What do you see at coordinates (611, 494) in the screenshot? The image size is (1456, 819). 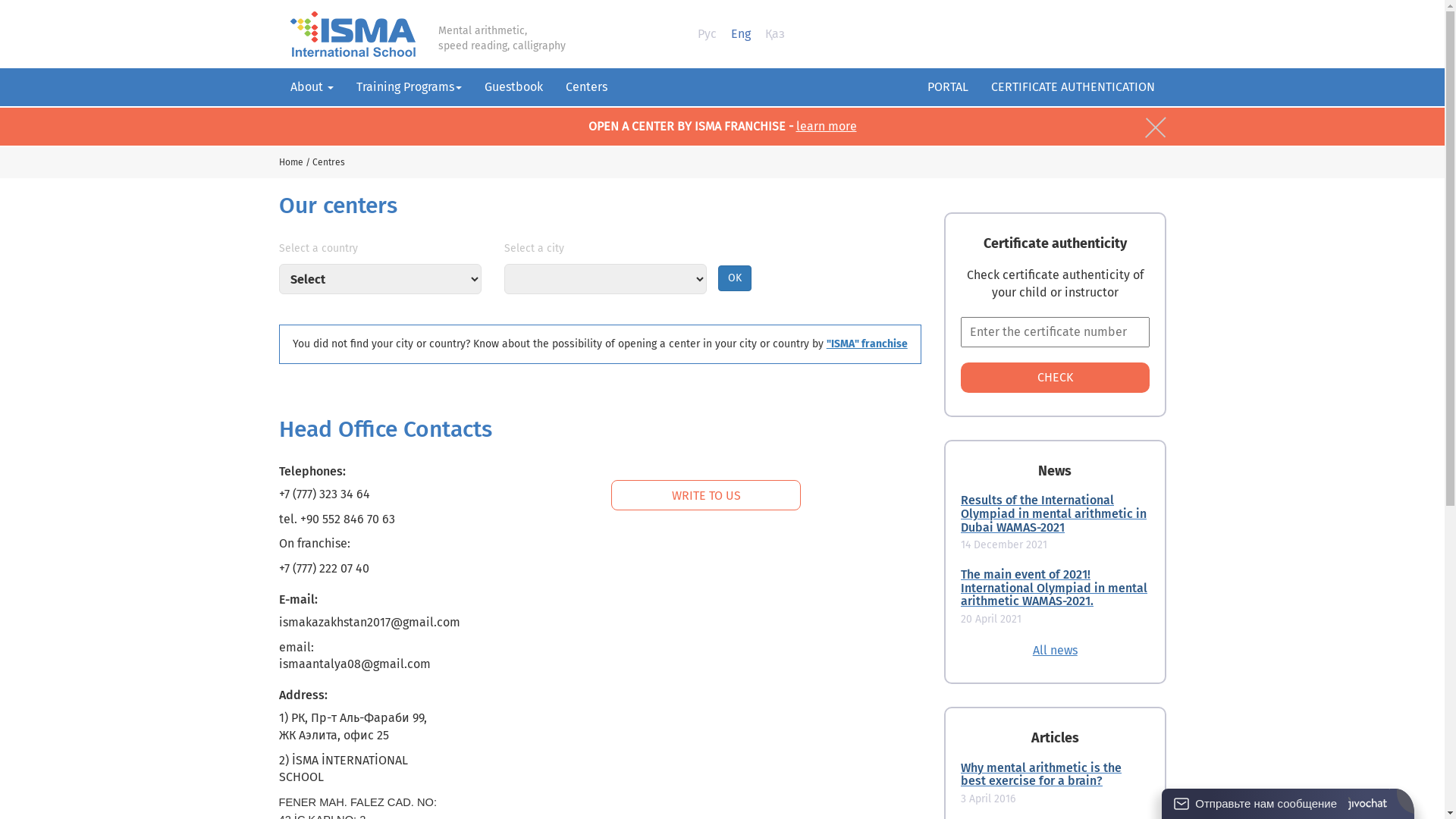 I see `'WRITE TO US'` at bounding box center [611, 494].